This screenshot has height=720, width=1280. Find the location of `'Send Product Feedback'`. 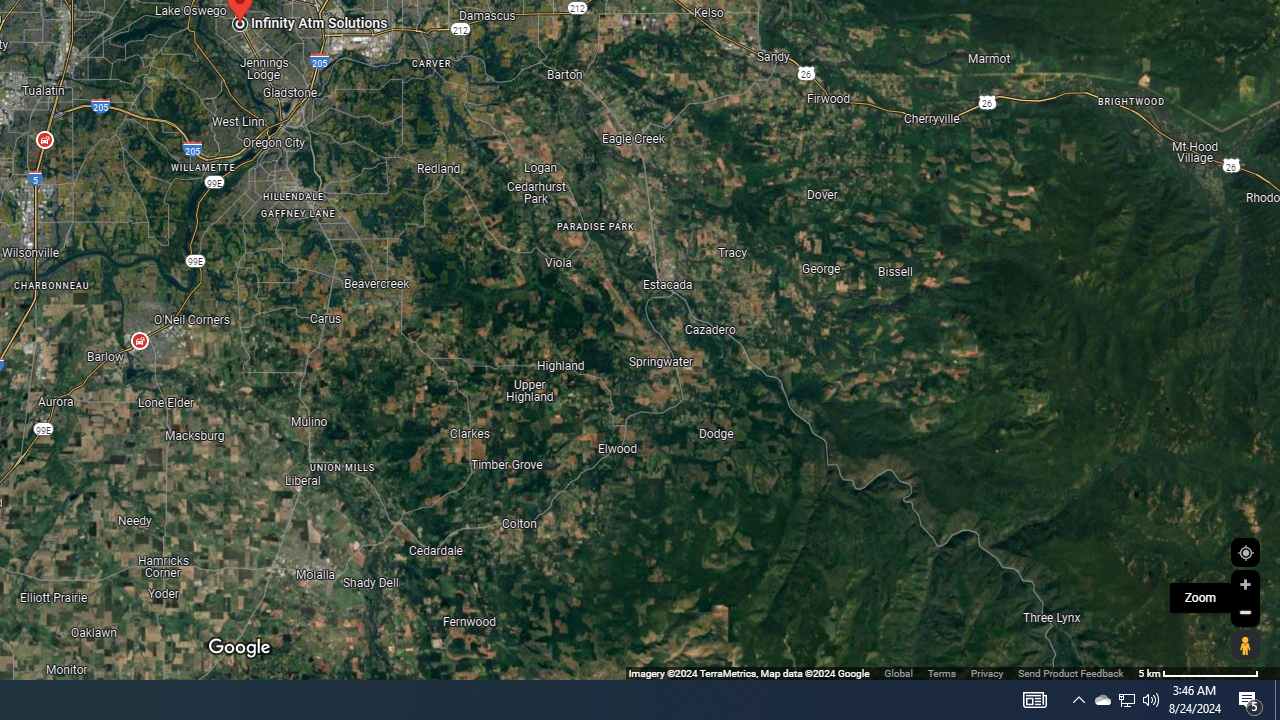

'Send Product Feedback' is located at coordinates (1069, 673).